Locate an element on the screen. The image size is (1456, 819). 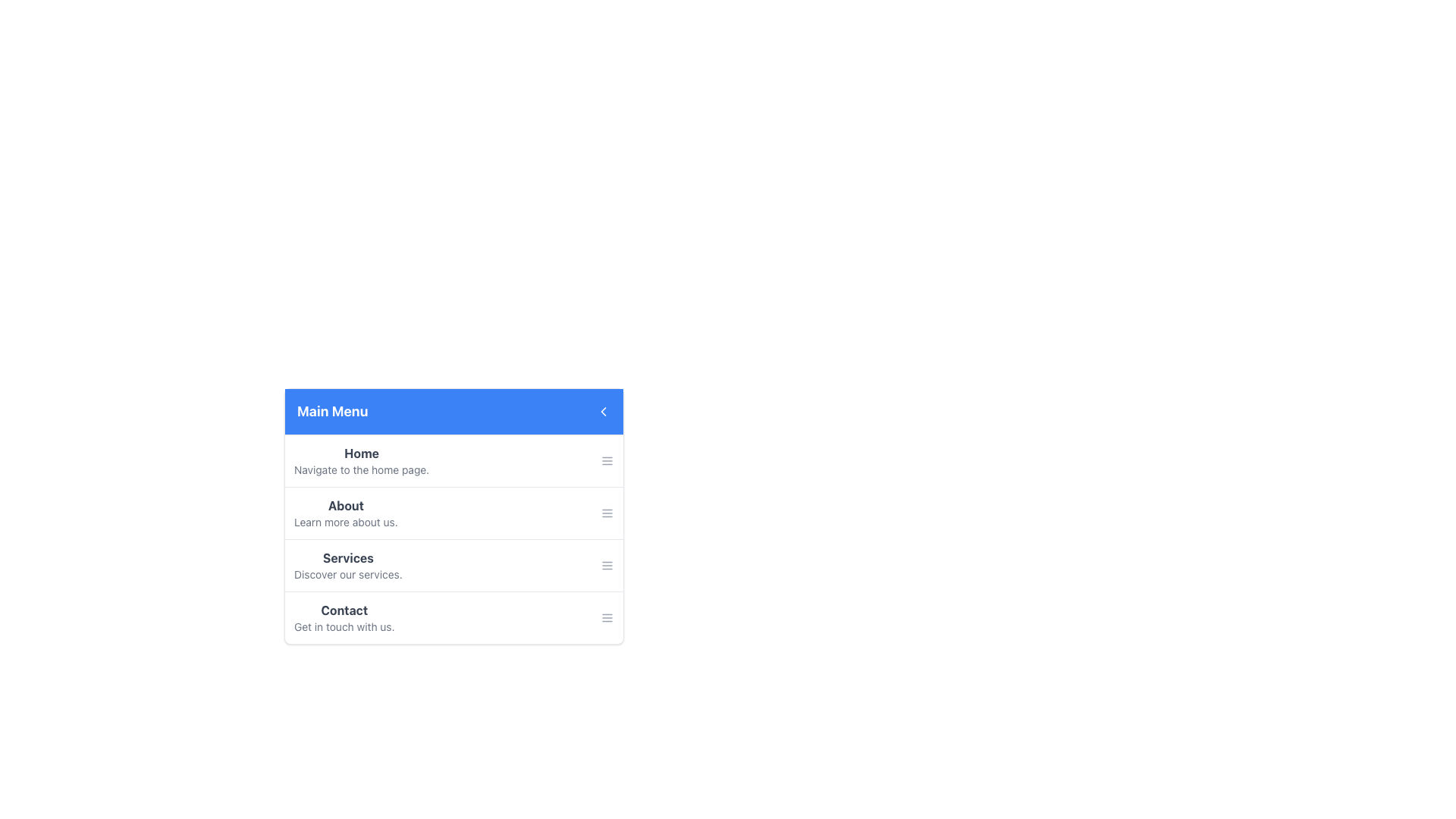
text snippet that says 'Discover our services.' located beneath the 'Services' title in the menu component is located at coordinates (347, 575).